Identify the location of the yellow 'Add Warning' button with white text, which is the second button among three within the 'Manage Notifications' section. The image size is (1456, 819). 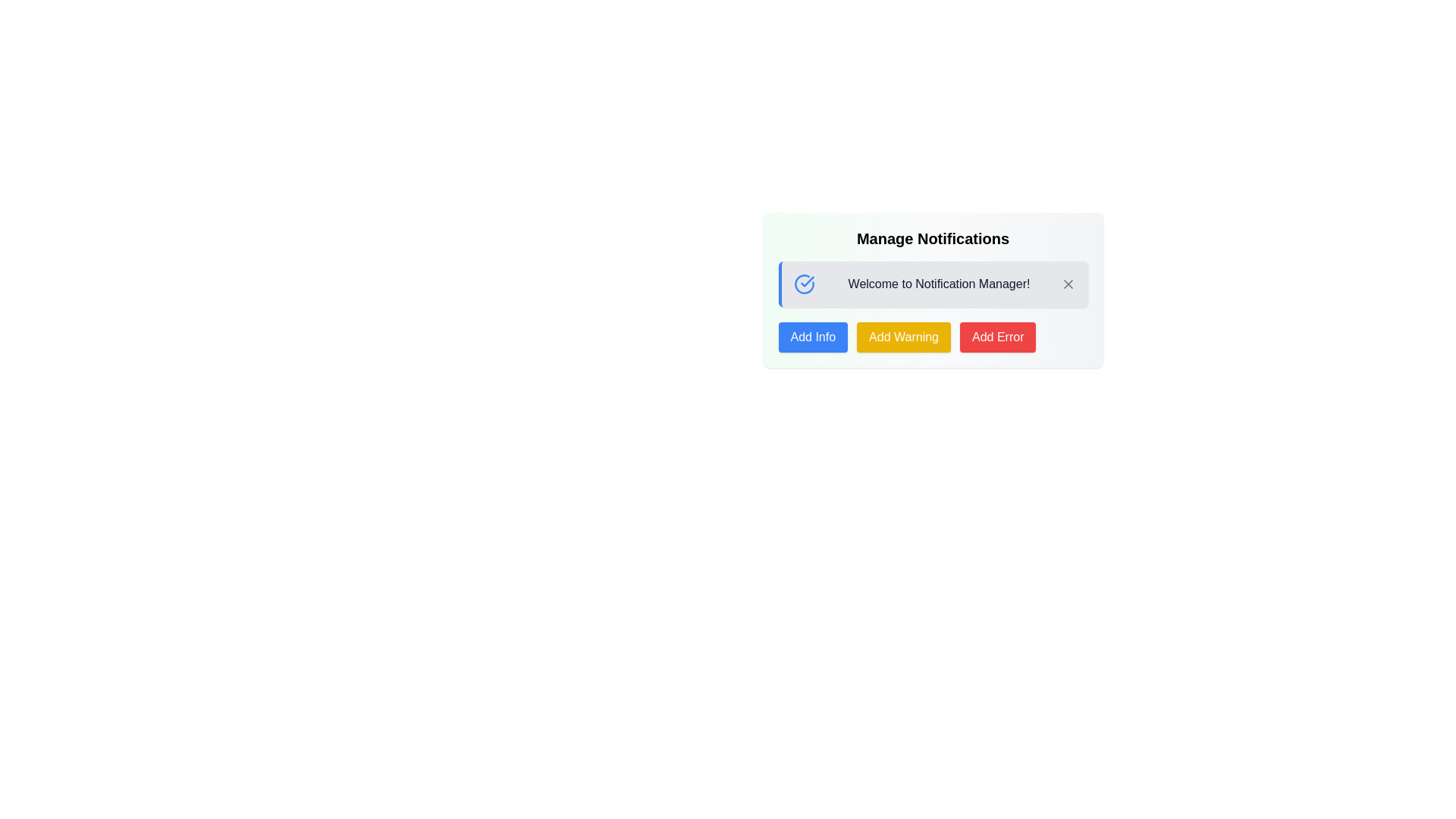
(932, 336).